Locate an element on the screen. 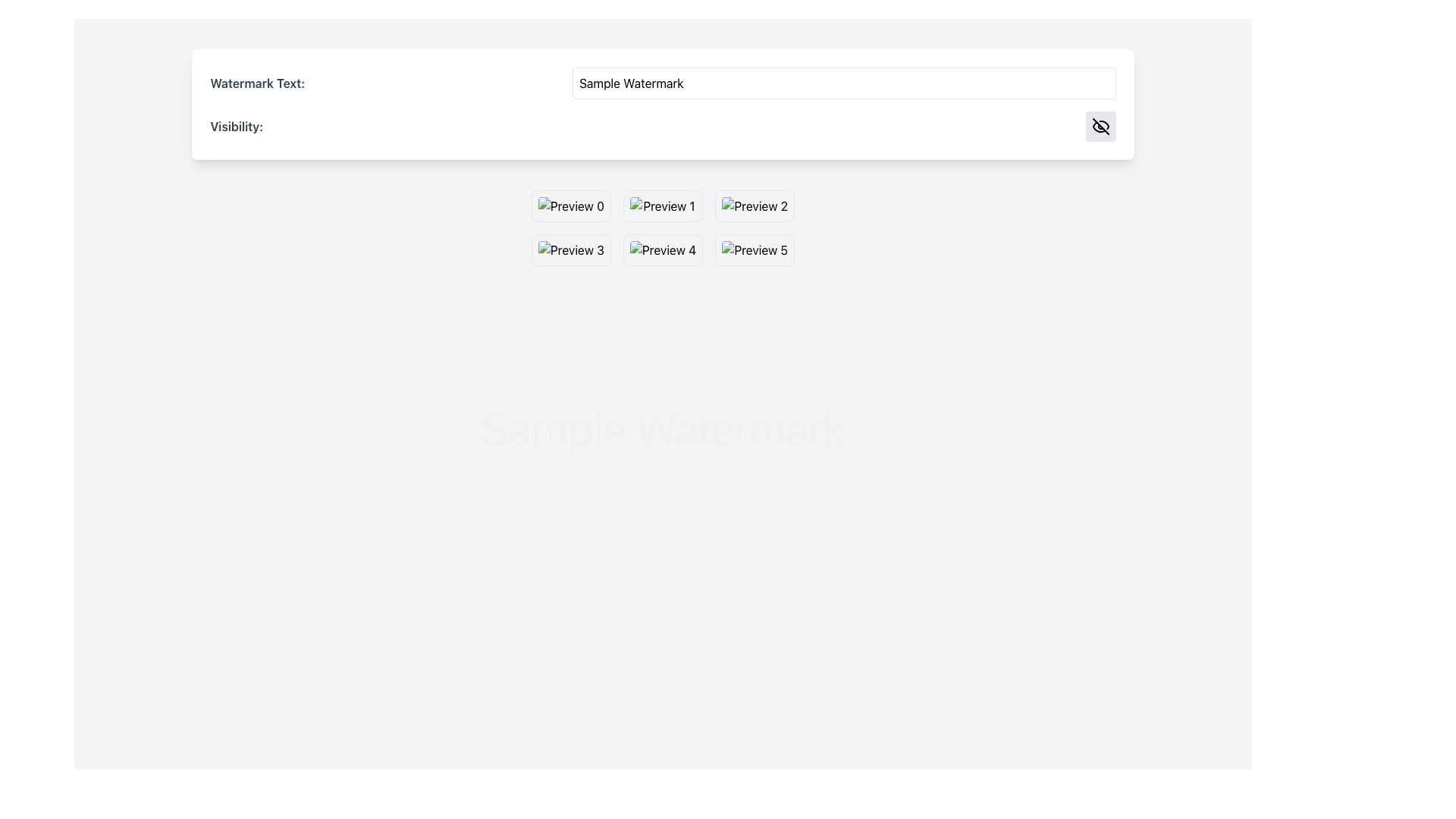 The height and width of the screenshot is (819, 1456). the button for toggling visibility, located directly to the right of the 'Visibility:' label is located at coordinates (1100, 125).